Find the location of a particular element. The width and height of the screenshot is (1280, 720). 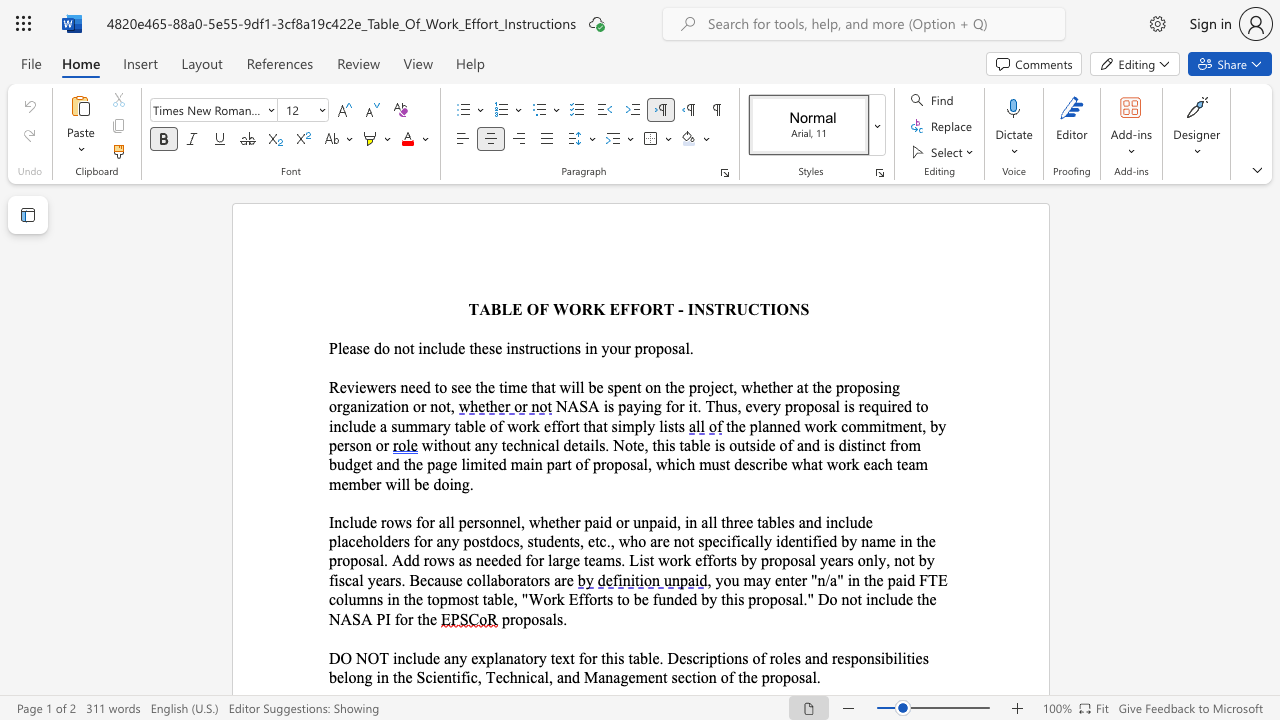

the subset text "t descri" within the text "without any technical details. Note, this table is outside of and is distinct from budget and the page limited main part of proposal, which must describe what work each team member will be doing." is located at coordinates (724, 464).